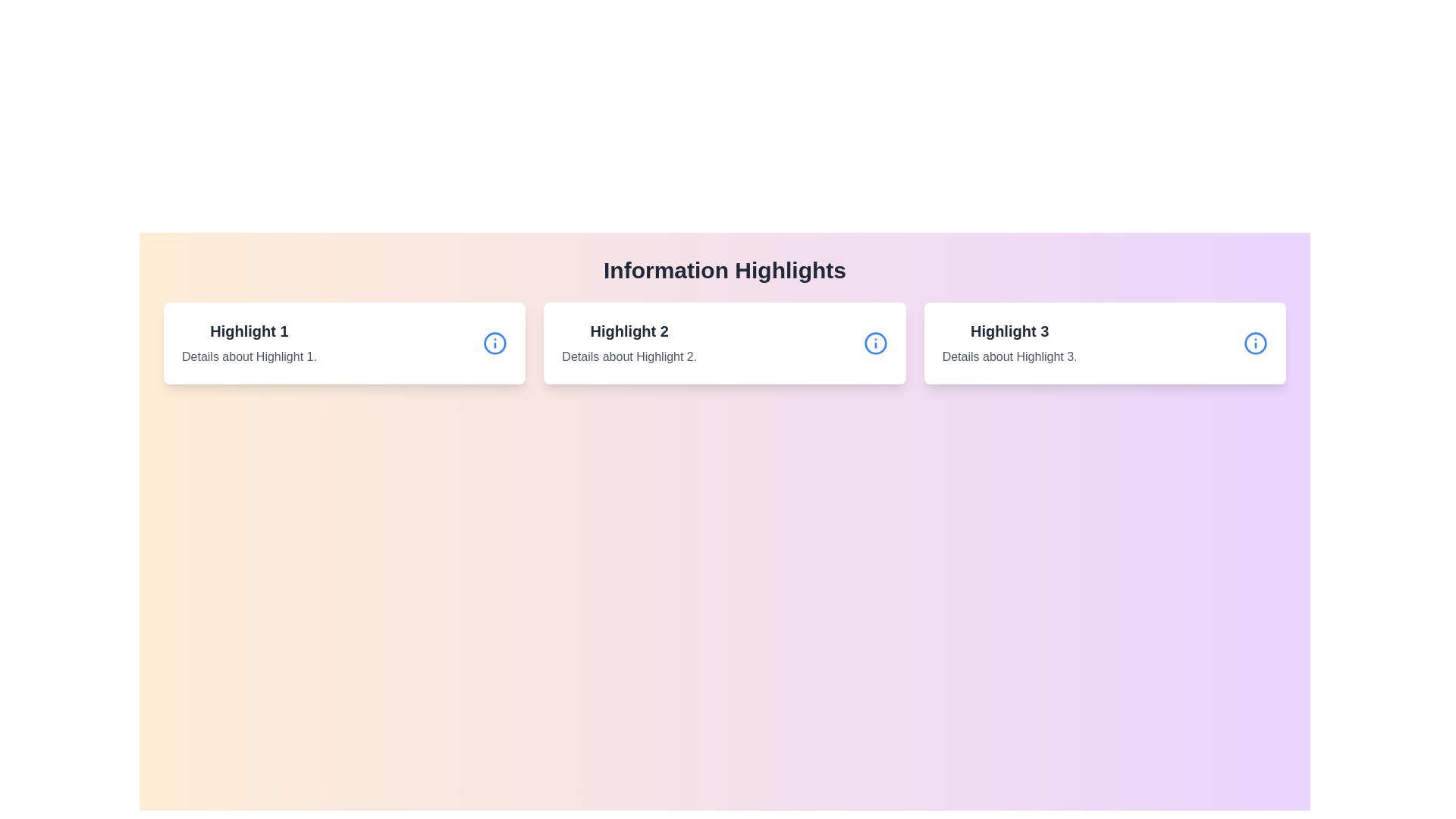 The height and width of the screenshot is (819, 1456). I want to click on text displaying 'Details about Highlight 1.' which is styled in gray font and located below the header 'Highlight 1' in the first card of the horizontally-aligned list, so click(249, 356).